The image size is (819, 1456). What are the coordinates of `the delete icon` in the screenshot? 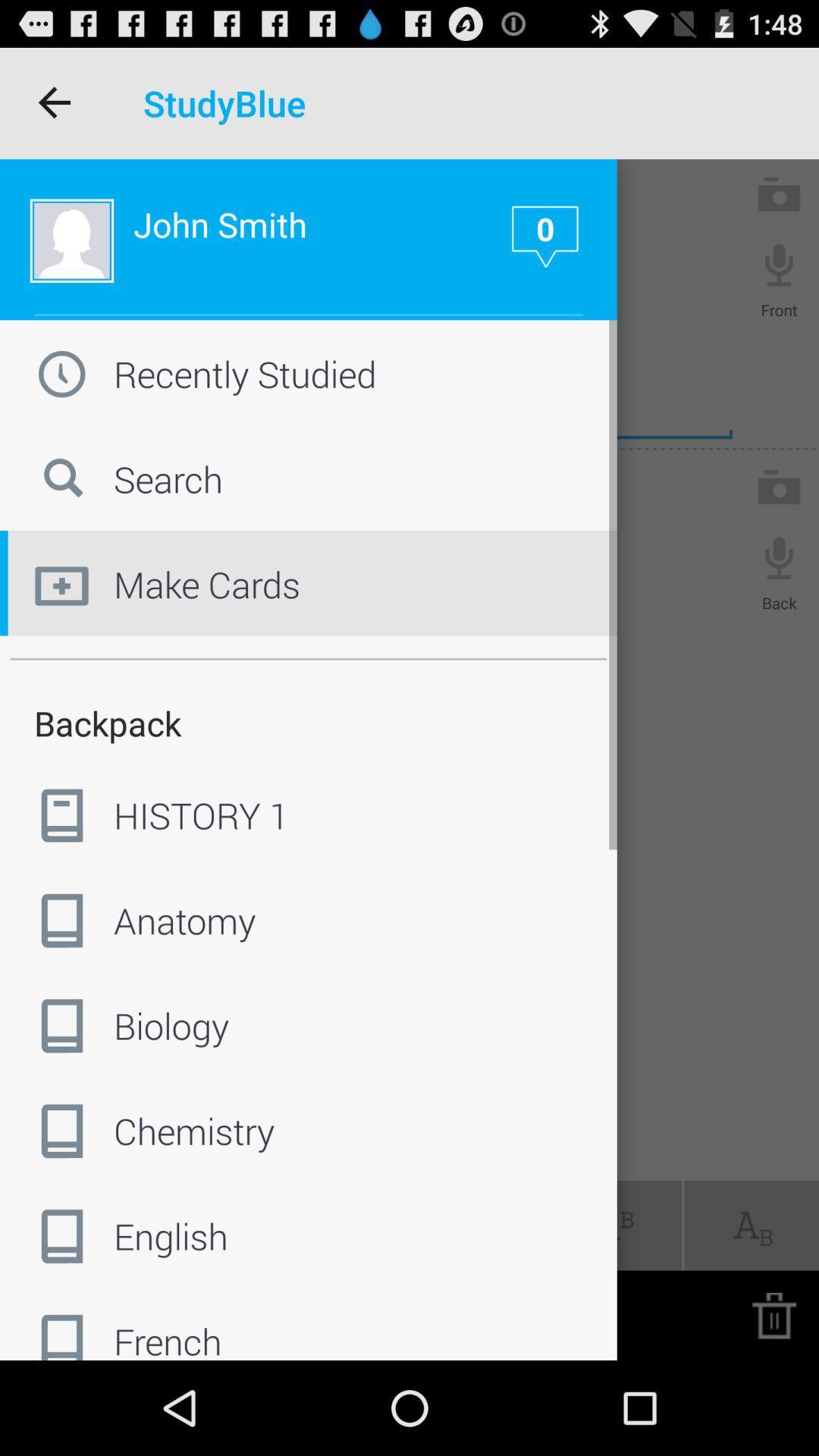 It's located at (773, 1407).